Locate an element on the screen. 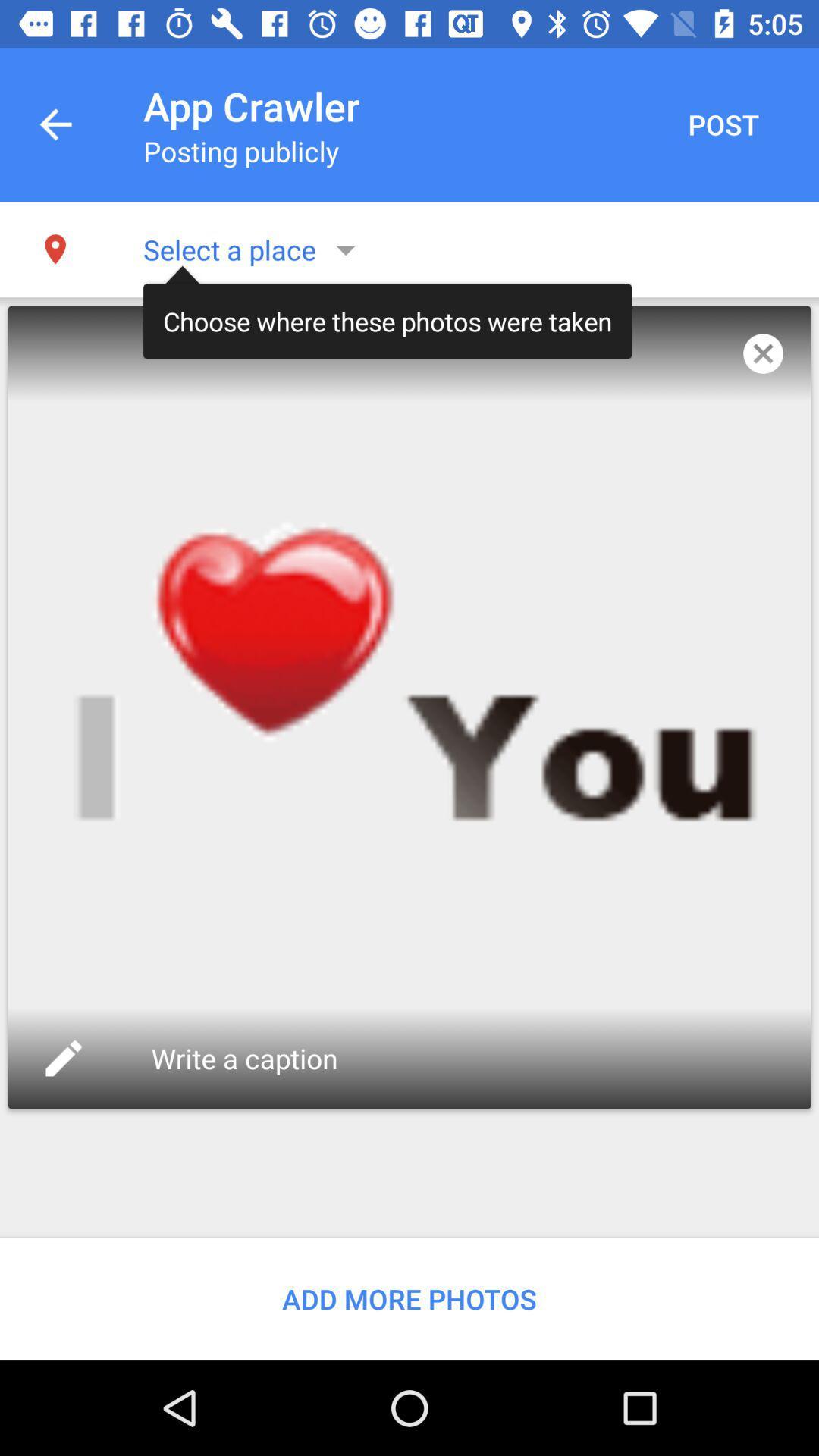 The image size is (819, 1456). add more photos app is located at coordinates (409, 1298).